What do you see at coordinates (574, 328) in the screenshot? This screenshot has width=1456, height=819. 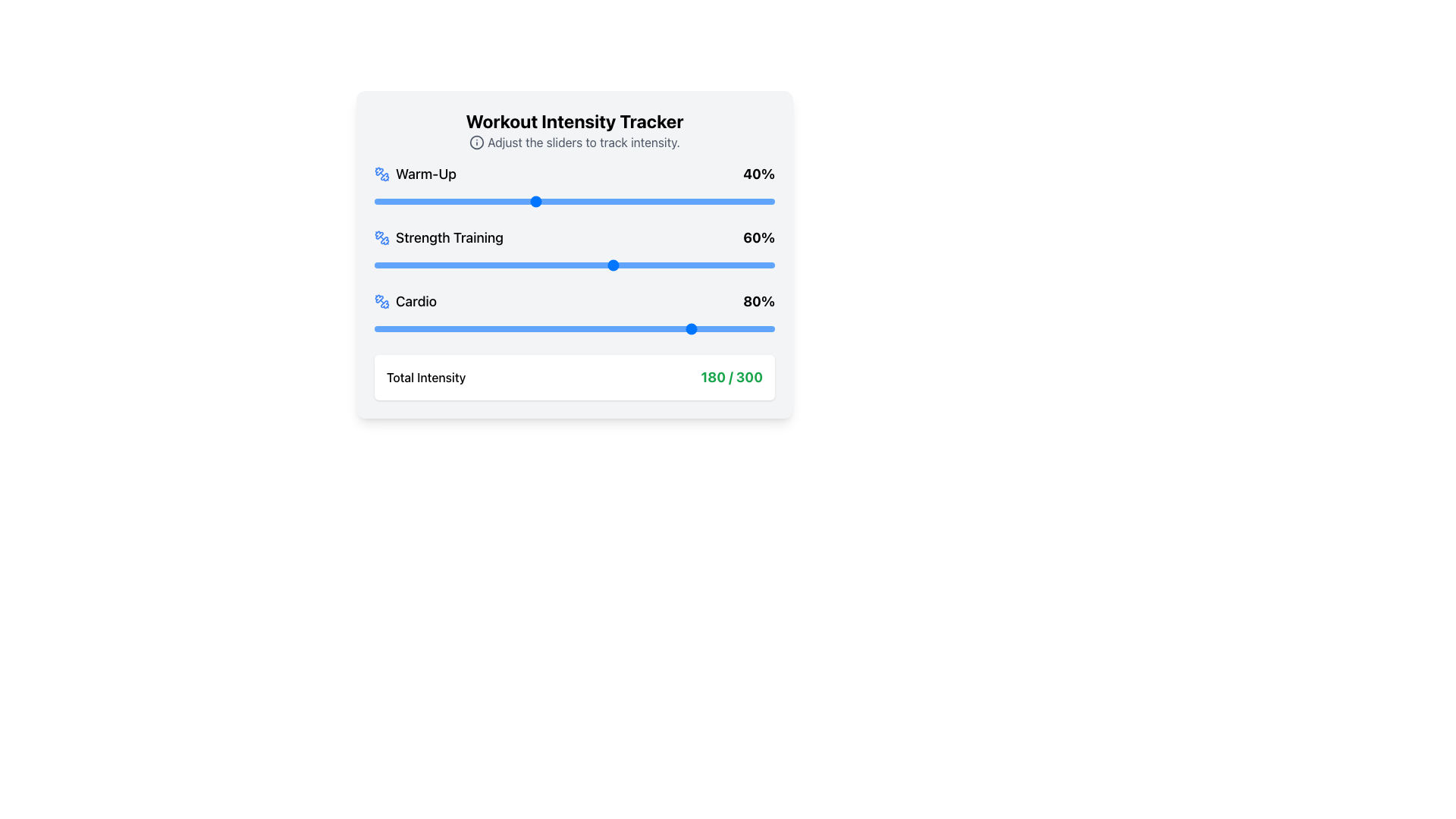 I see `the cardio intensity slider` at bounding box center [574, 328].